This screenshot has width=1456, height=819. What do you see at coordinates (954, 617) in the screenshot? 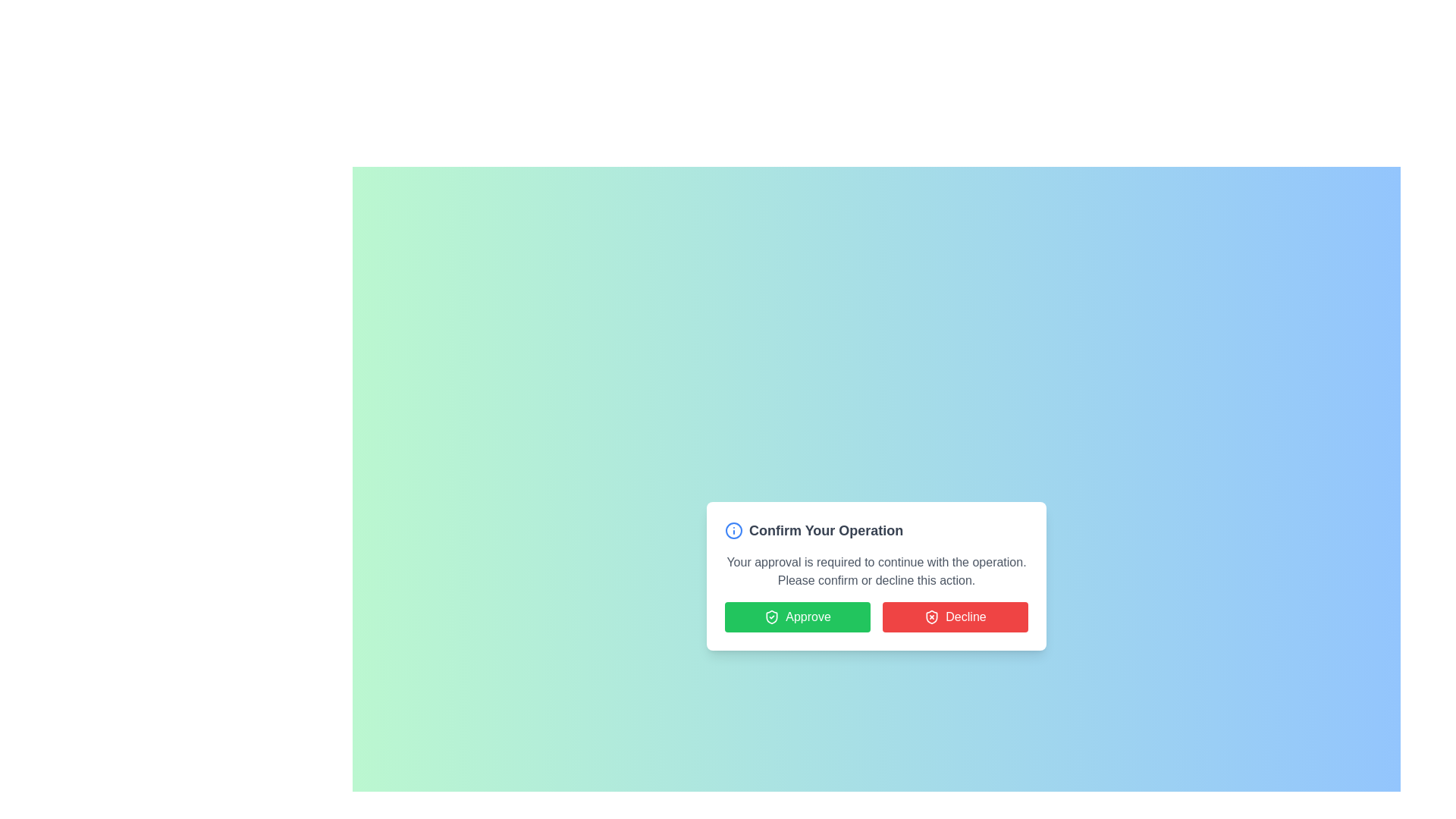
I see `the red rectangular 'Decline' button with rounded corners and a shield icon to decline the operation` at bounding box center [954, 617].